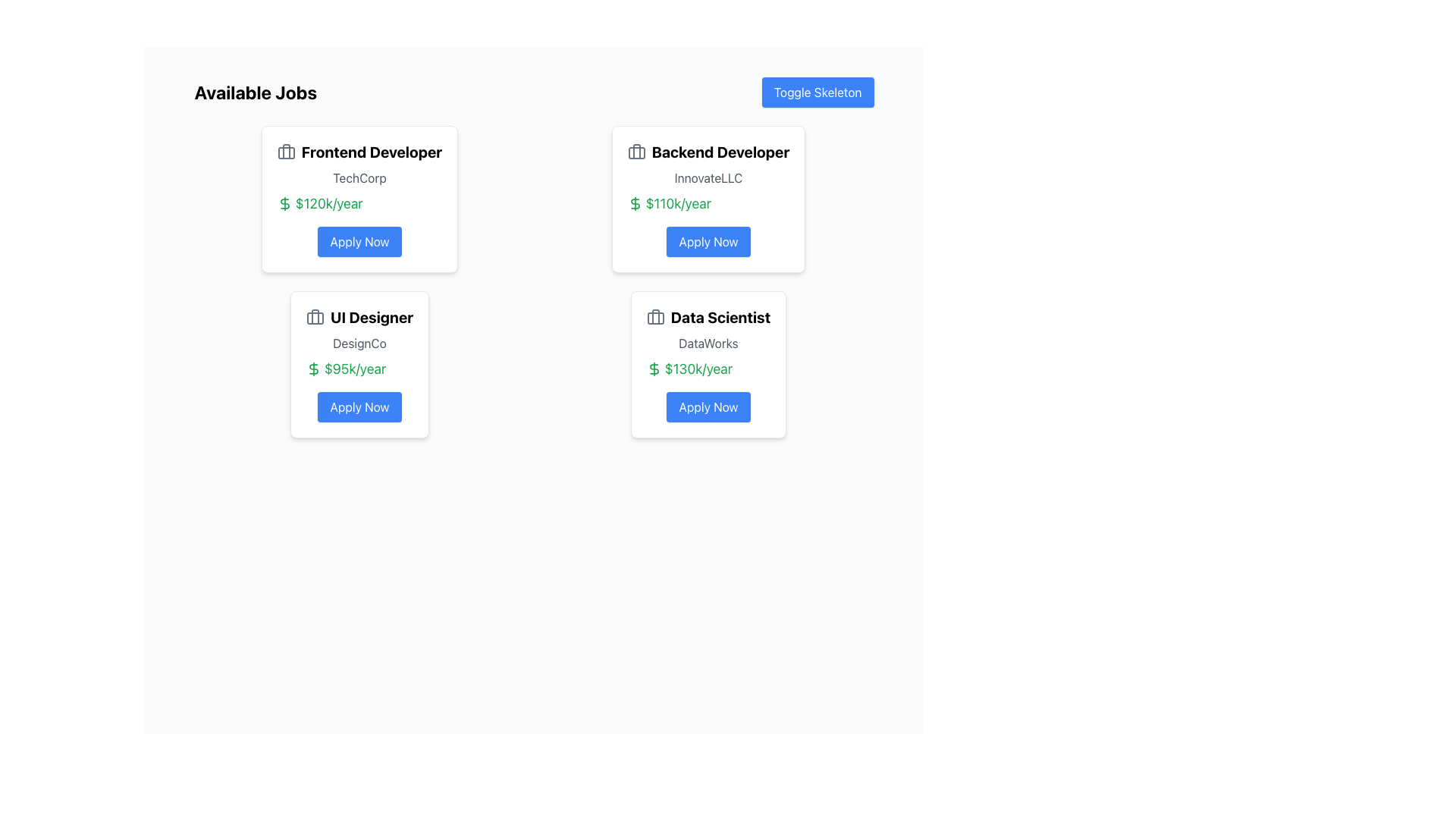  I want to click on the Text Label displaying the company name associated with the 'Data Scientist' job listing, located beneath the job title and above the salary information, so click(708, 343).